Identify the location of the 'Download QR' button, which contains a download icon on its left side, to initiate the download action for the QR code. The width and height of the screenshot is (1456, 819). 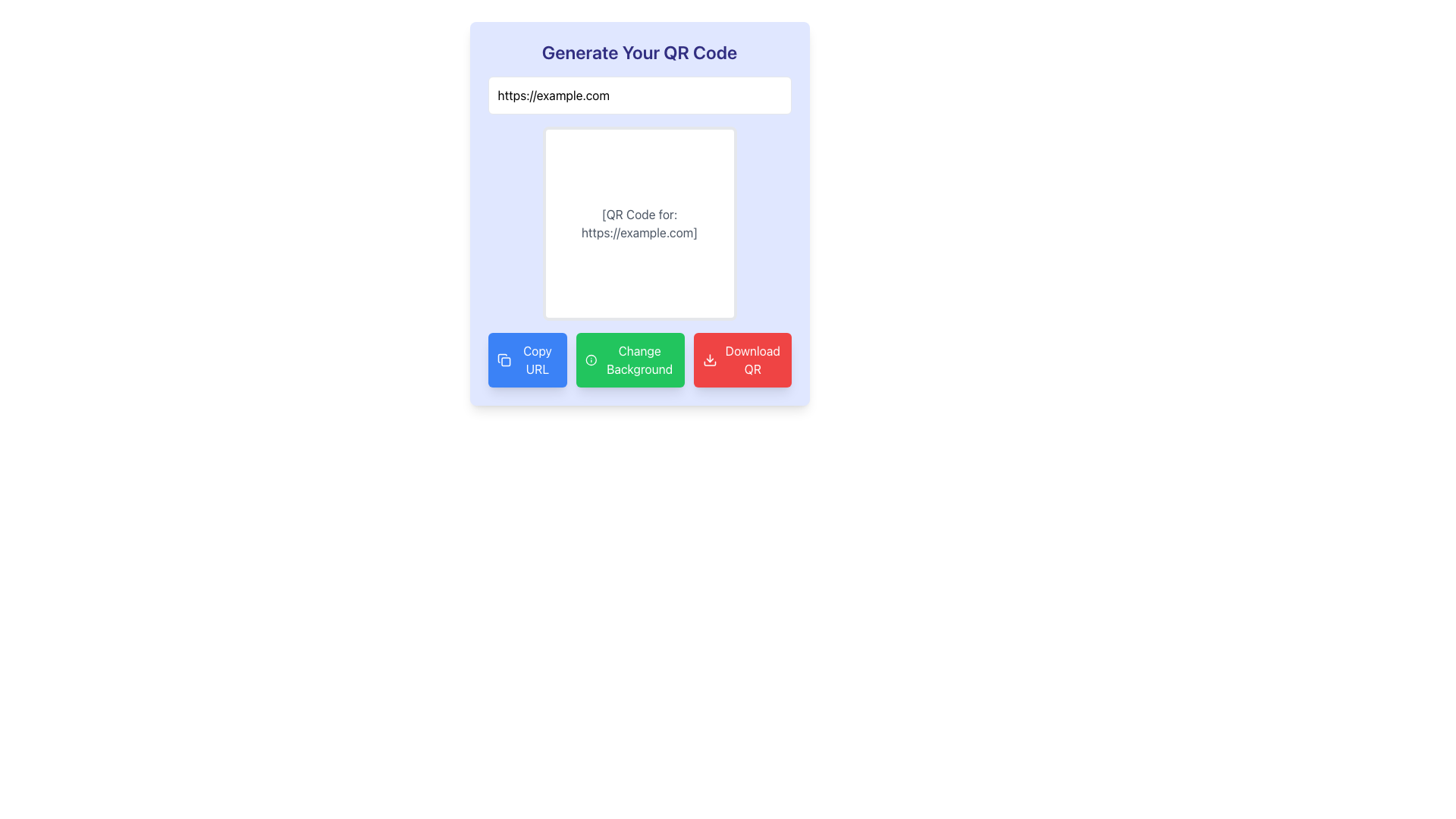
(709, 359).